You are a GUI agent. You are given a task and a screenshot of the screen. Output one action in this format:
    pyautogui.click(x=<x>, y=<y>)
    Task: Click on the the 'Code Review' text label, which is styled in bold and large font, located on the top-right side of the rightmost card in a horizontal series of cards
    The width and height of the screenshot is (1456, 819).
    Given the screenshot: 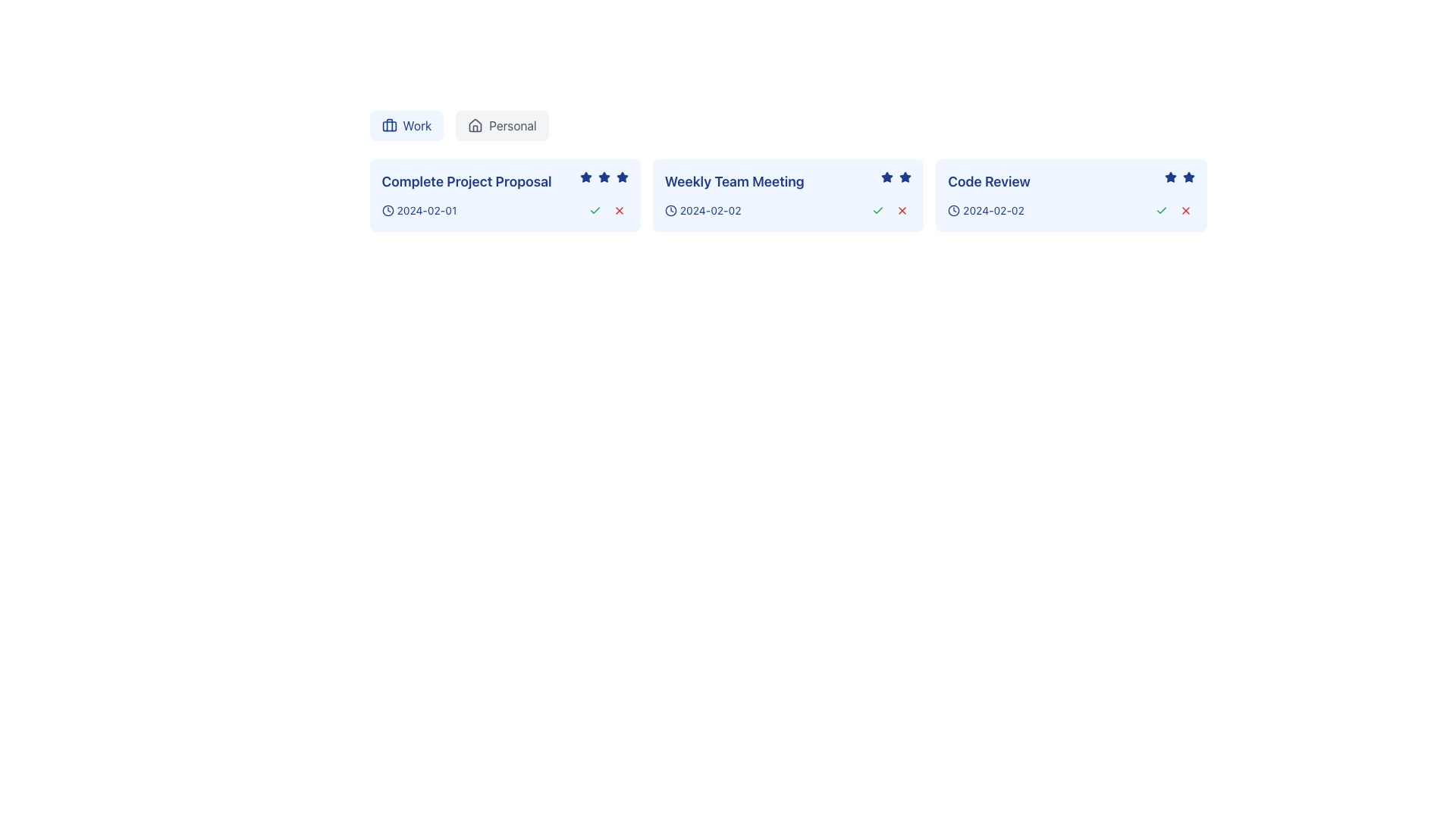 What is the action you would take?
    pyautogui.click(x=989, y=180)
    